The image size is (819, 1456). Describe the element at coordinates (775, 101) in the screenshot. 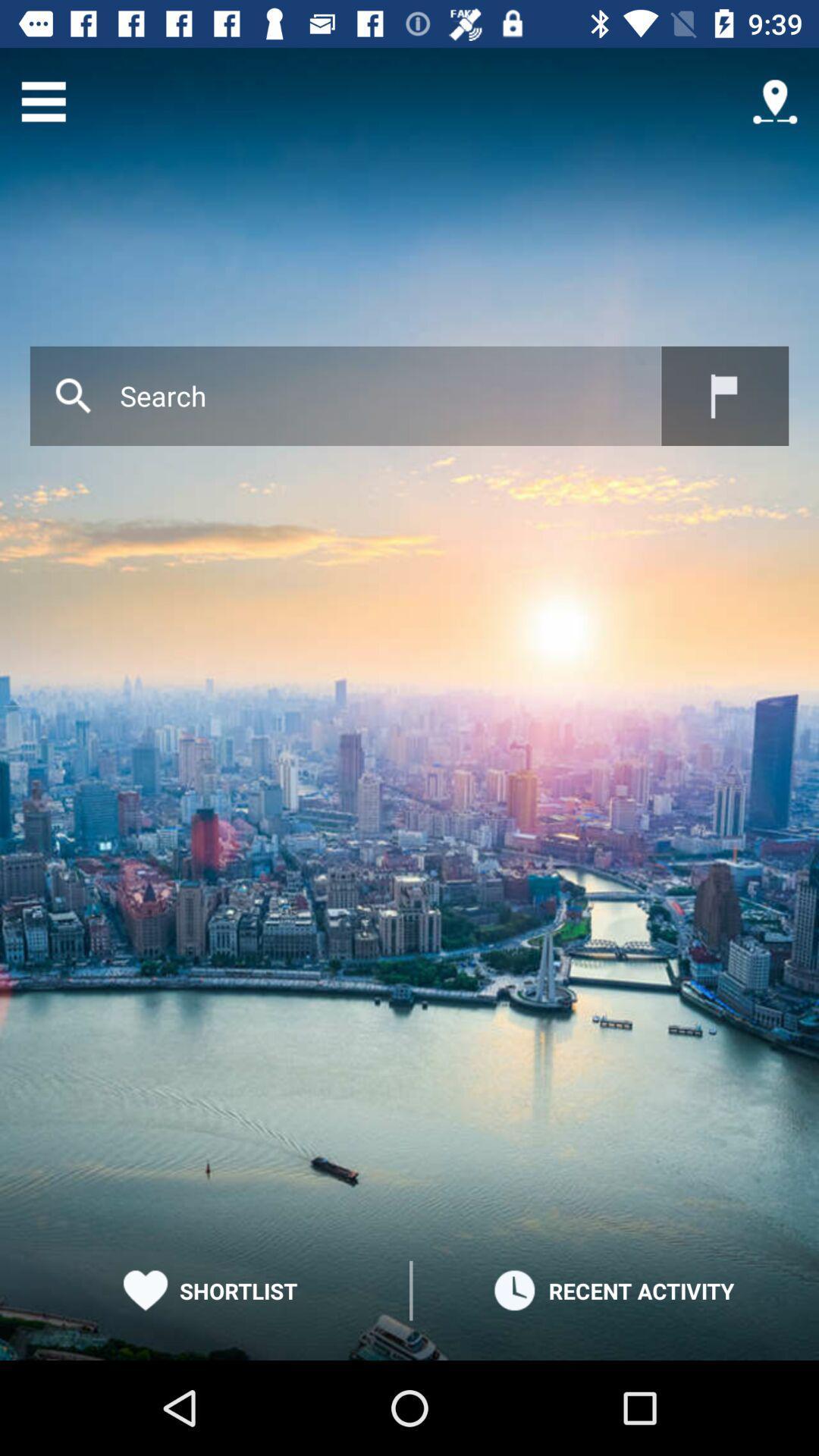

I see `location option` at that location.